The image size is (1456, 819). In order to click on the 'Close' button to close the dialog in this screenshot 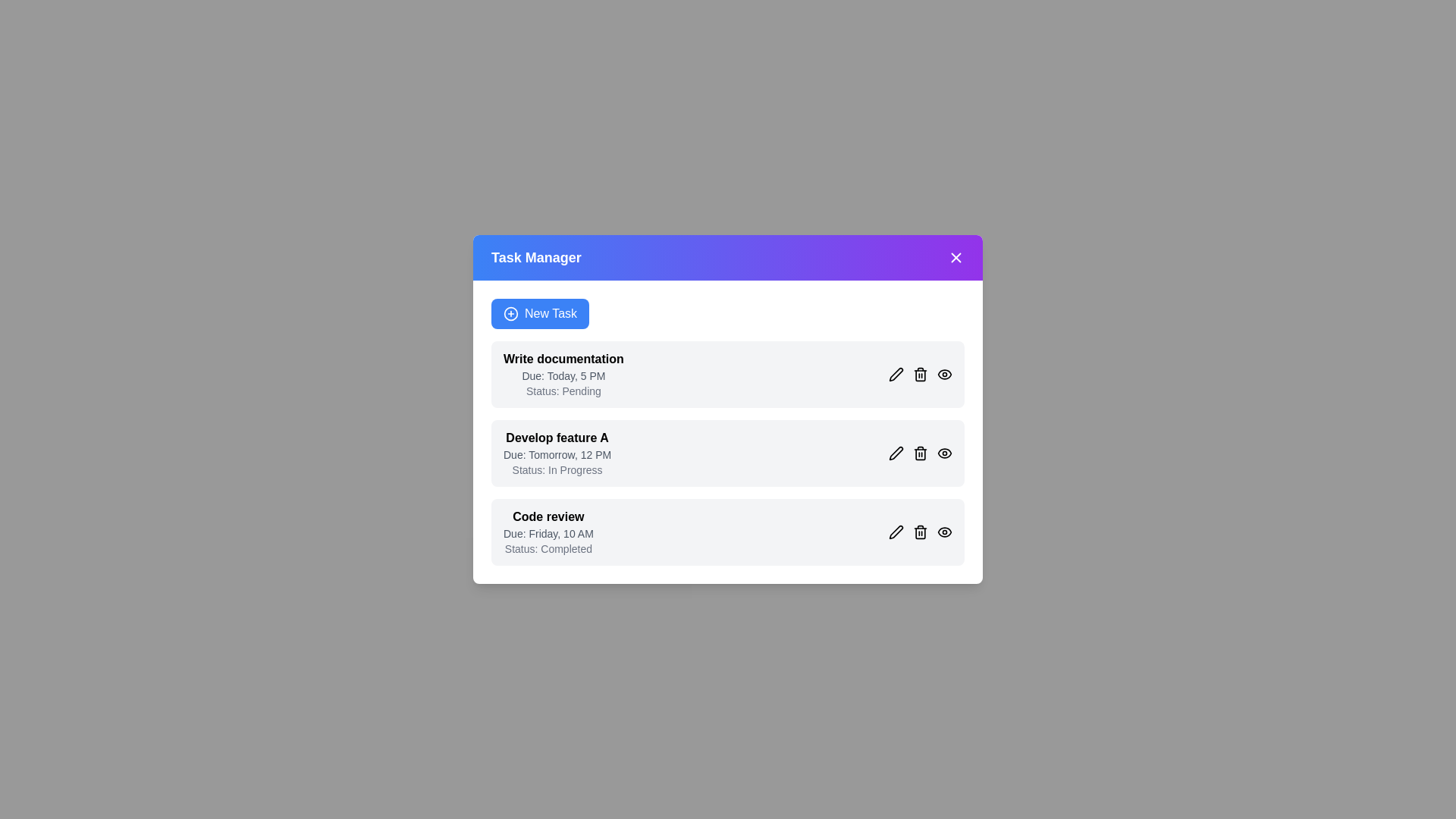, I will do `click(955, 256)`.